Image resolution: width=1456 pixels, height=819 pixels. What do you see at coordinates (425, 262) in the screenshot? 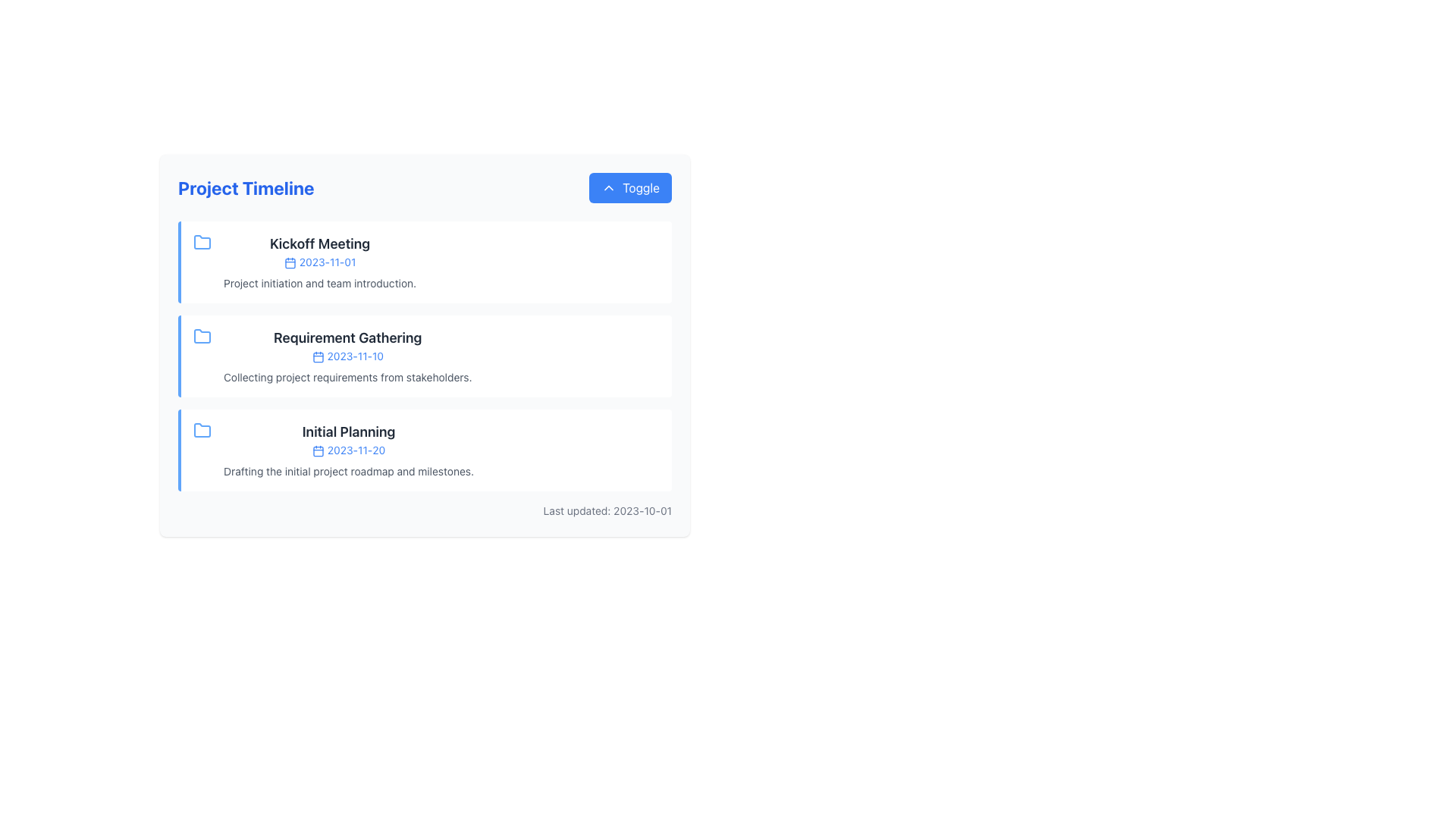
I see `the List Item displaying the meeting title 'Kickoff Meeting'` at bounding box center [425, 262].